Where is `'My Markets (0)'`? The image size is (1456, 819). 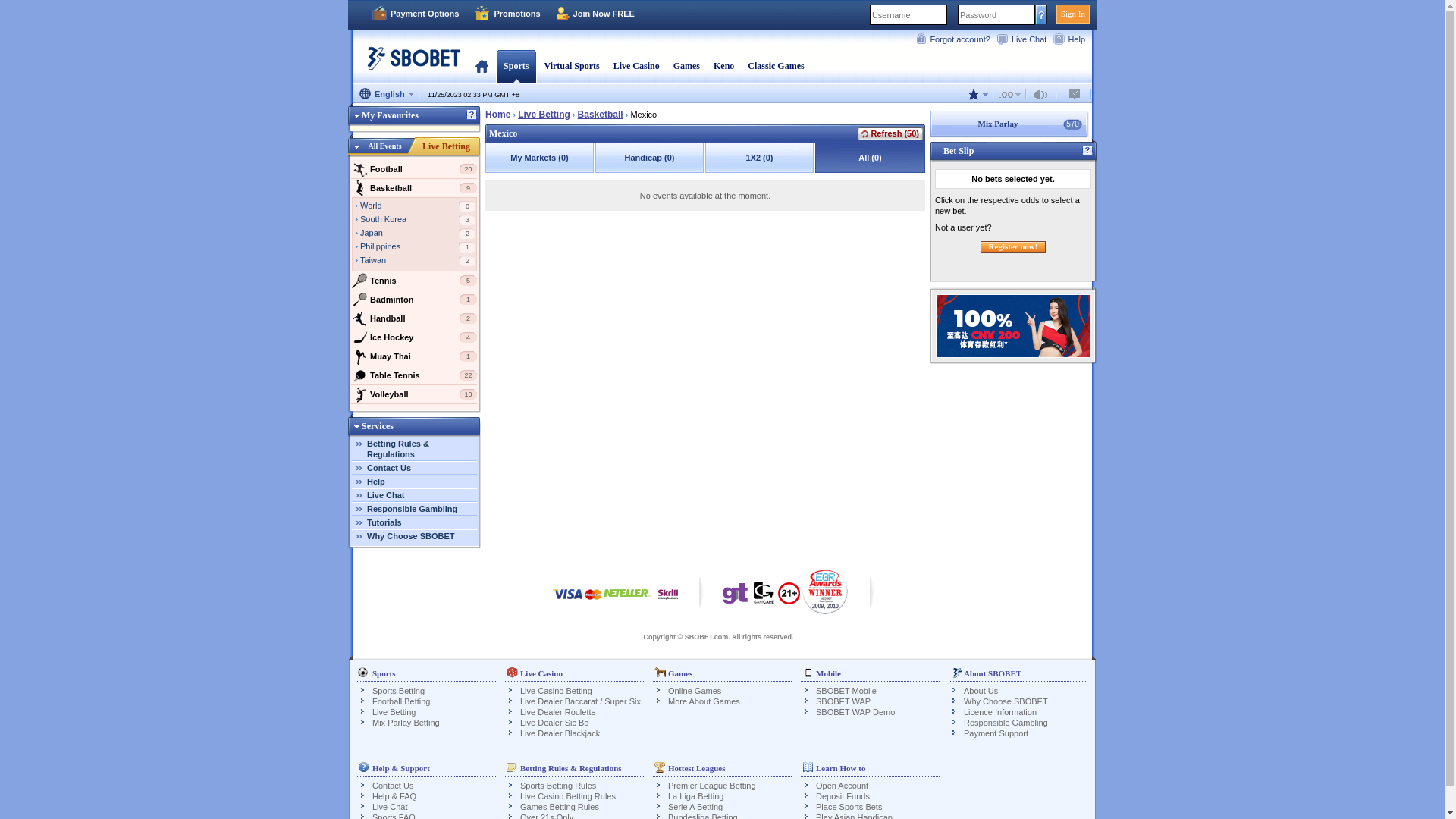
'My Markets (0)' is located at coordinates (539, 158).